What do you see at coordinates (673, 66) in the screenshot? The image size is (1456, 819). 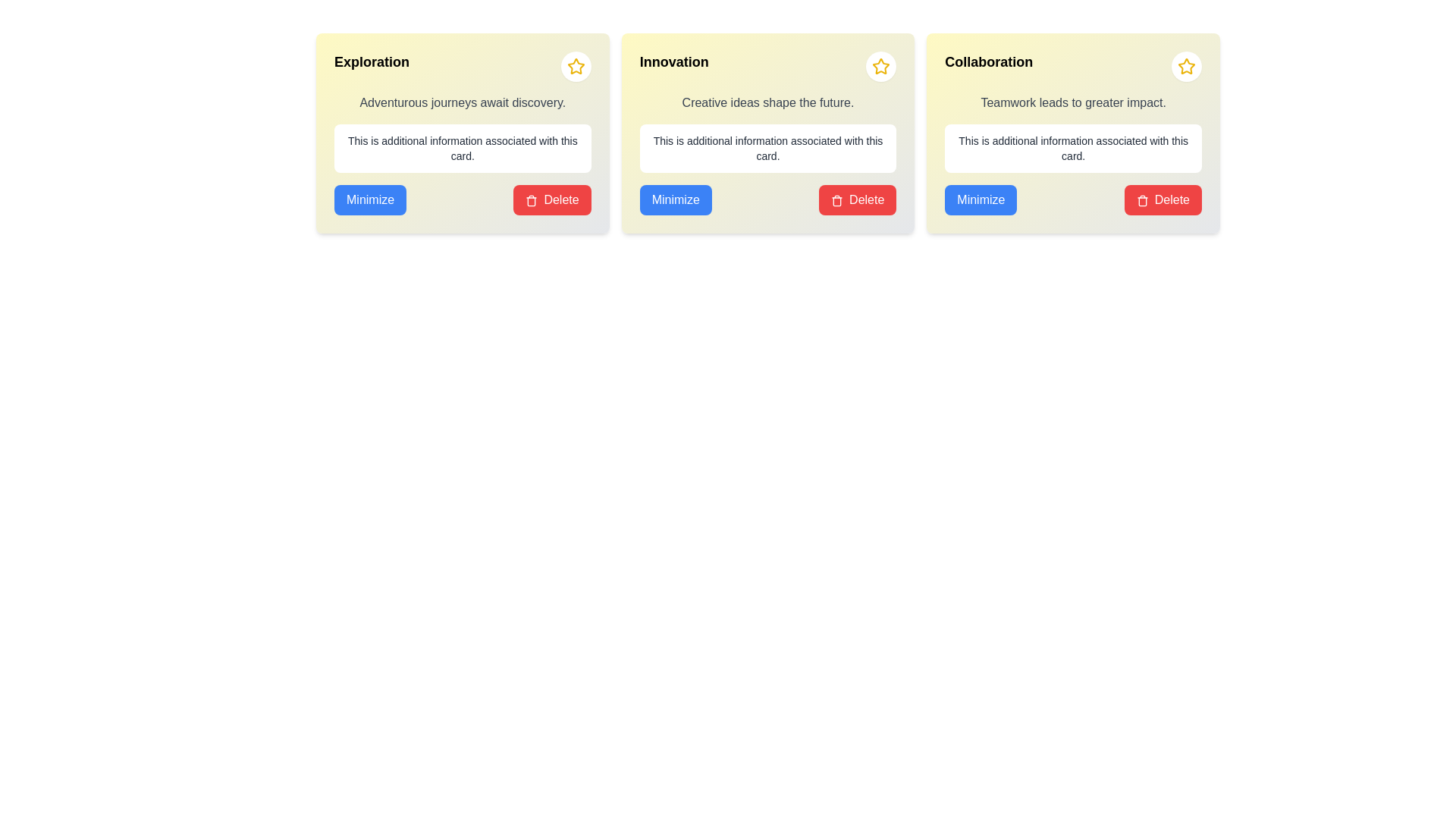 I see `the 'Innovation' text label, which serves as the title for the second card in the layout, located at the top-left corner of the card` at bounding box center [673, 66].